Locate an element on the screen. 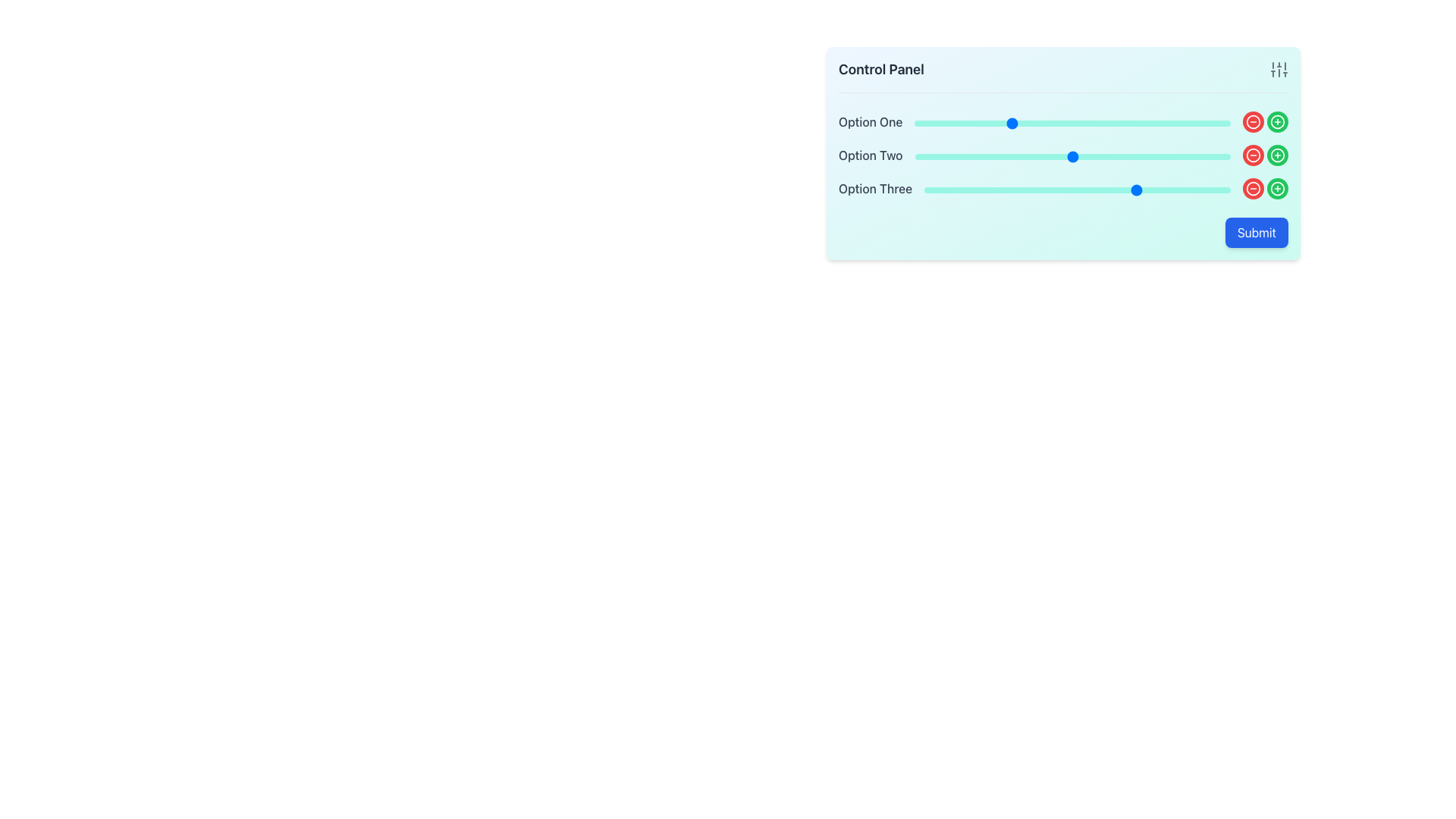 The image size is (1456, 819). the red circular minus button located to the right of the second horizontal slider in the control panel to decrement the slider value is located at coordinates (1253, 188).